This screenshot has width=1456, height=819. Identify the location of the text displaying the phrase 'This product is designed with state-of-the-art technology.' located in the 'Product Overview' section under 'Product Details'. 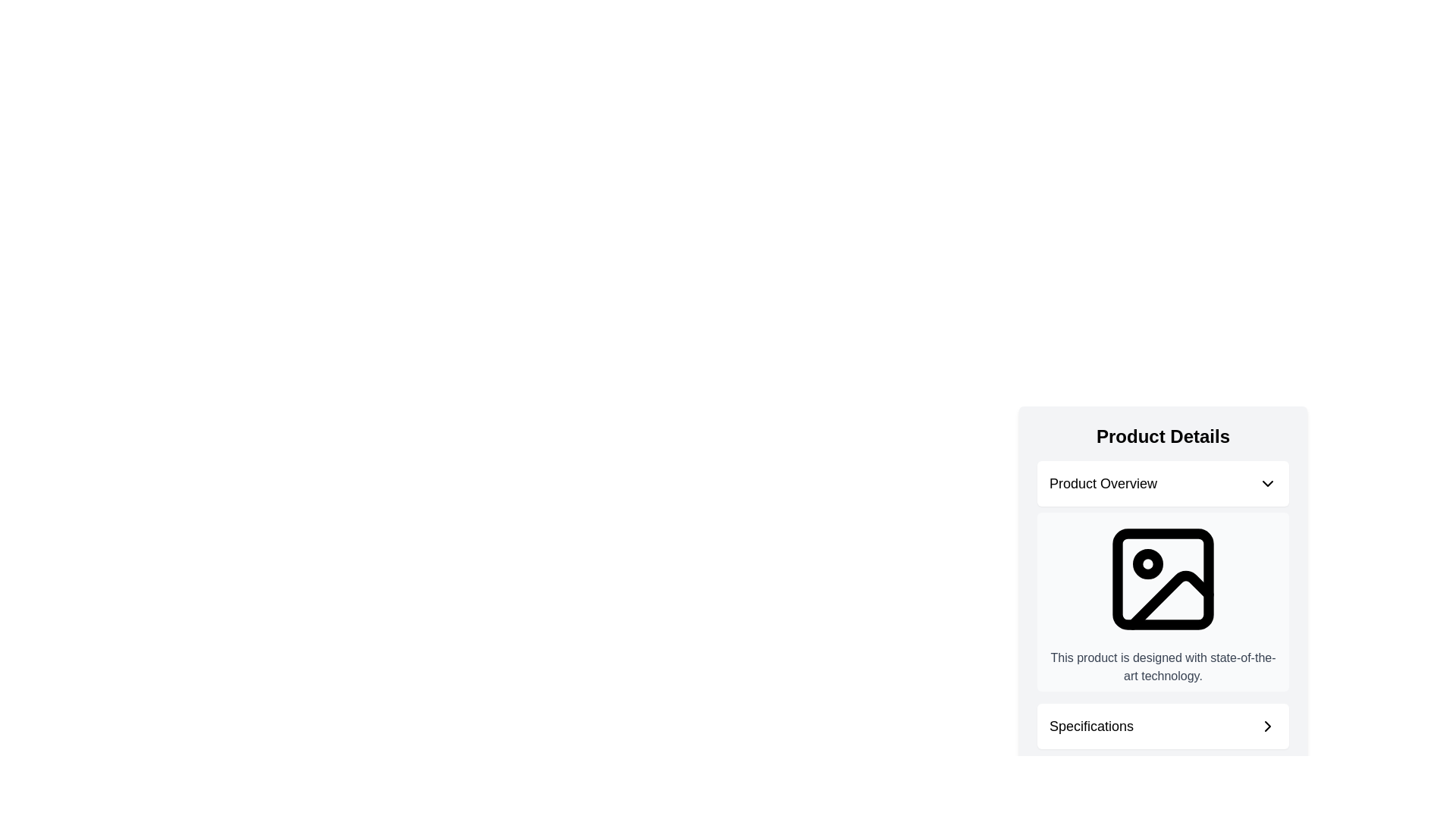
(1163, 666).